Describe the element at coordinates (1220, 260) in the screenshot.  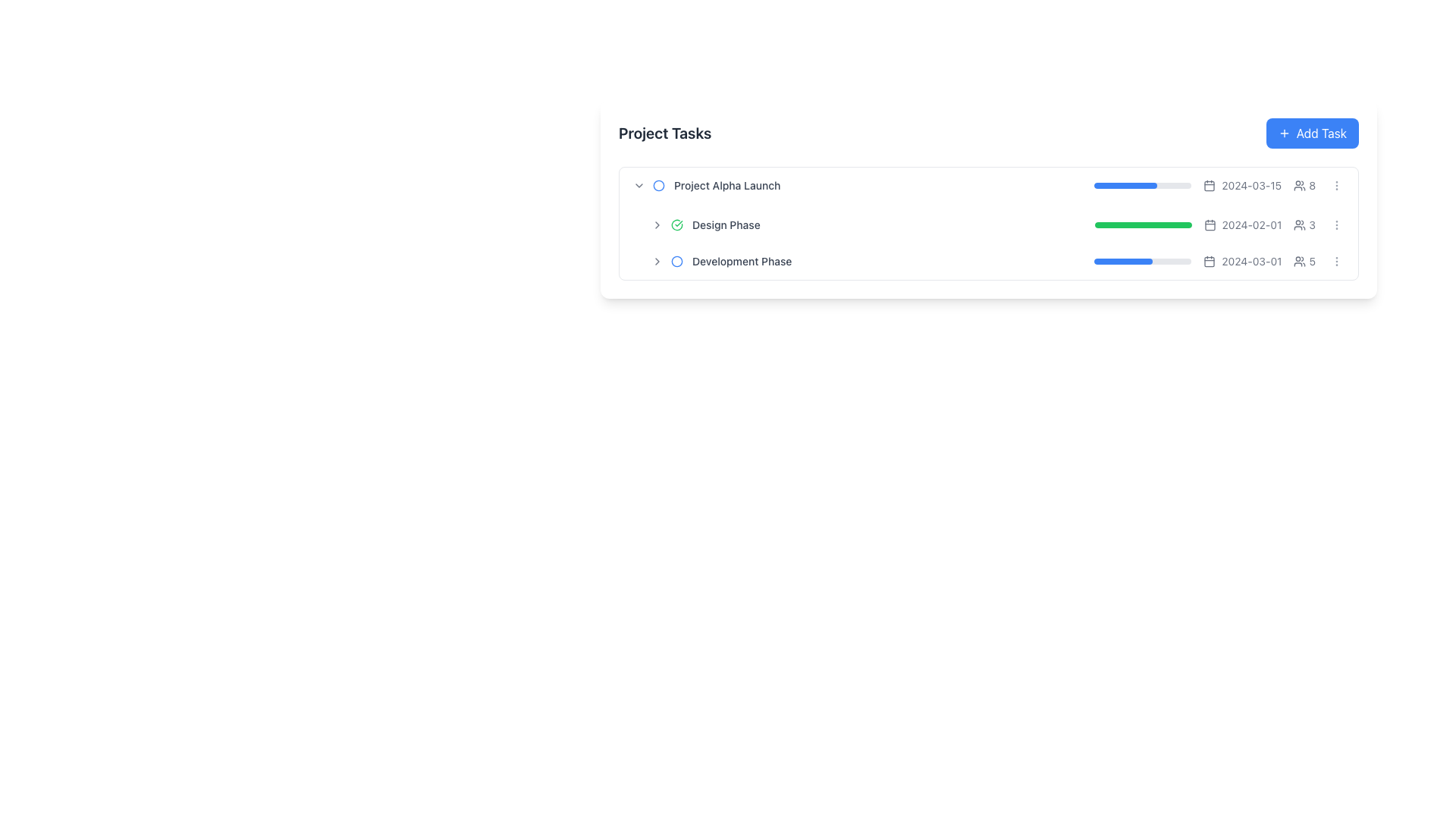
I see `the progress bar indicating the 'Development Phase' task, which is located in the third row of the task list, adjacent to the right side of the 'Development Phase' label` at that location.